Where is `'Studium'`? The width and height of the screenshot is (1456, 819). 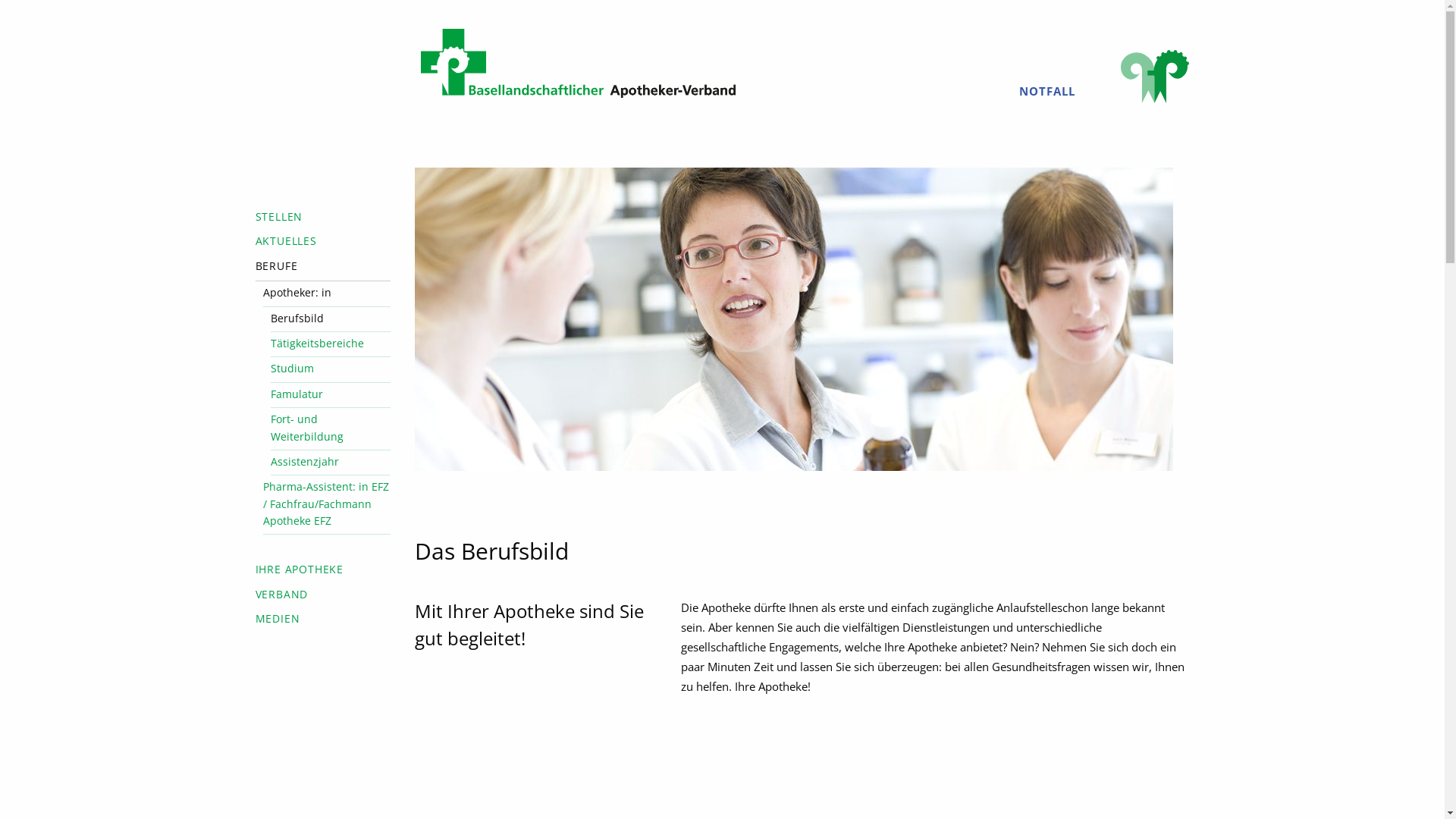
'Studium' is located at coordinates (269, 371).